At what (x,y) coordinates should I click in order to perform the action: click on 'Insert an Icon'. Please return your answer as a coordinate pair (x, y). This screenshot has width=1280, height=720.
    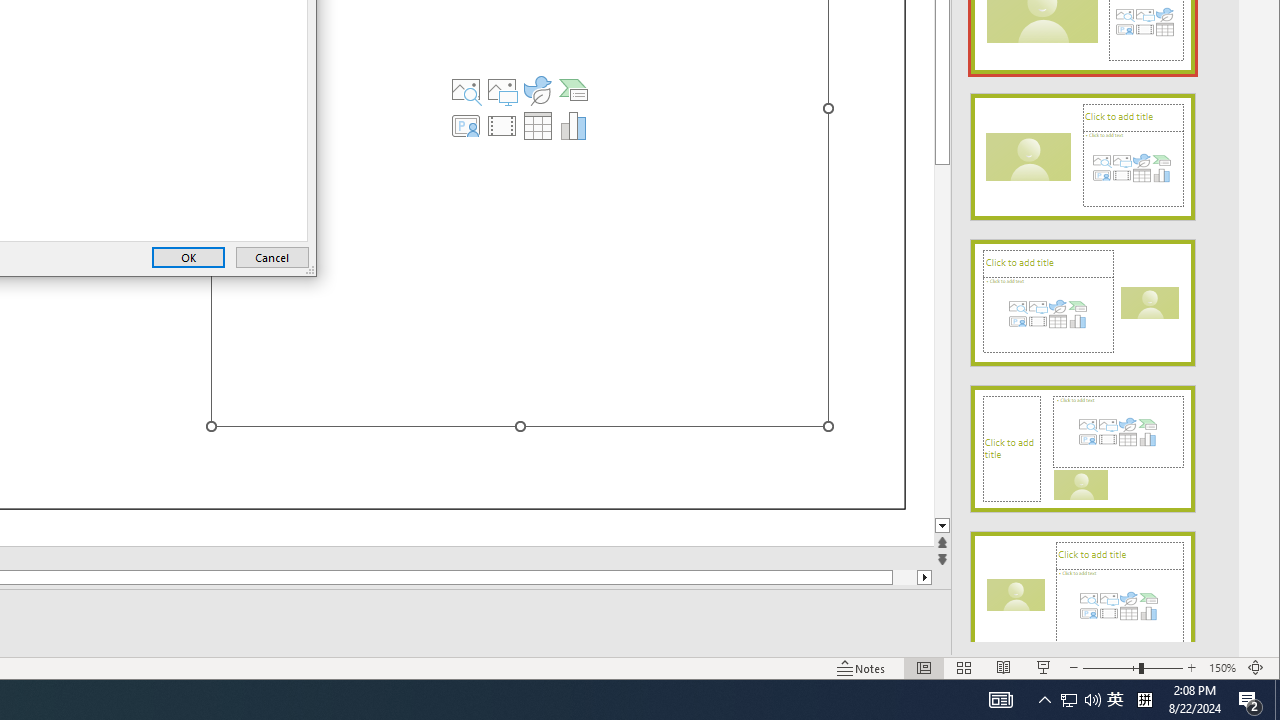
    Looking at the image, I should click on (538, 90).